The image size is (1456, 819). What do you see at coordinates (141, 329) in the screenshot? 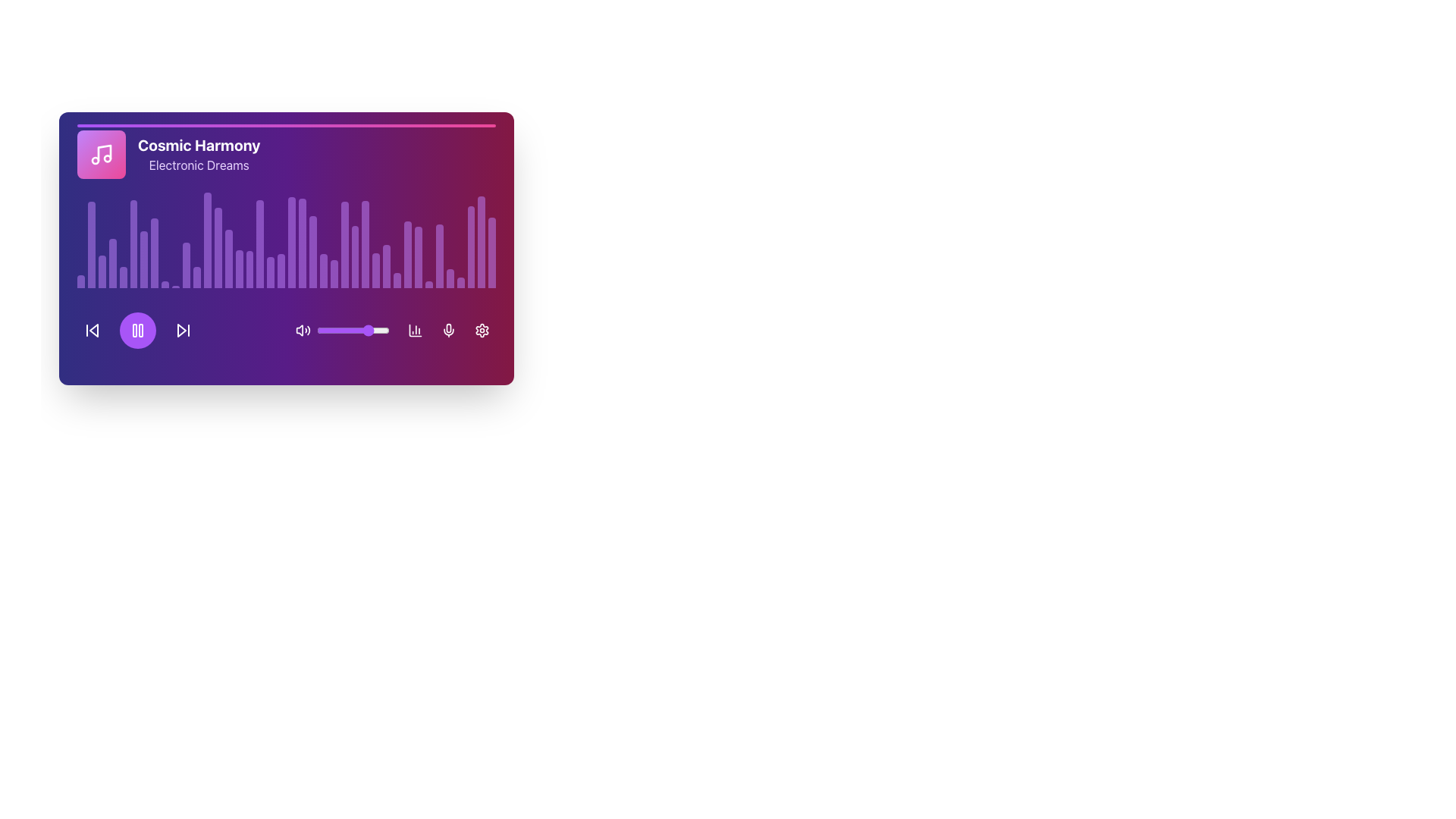
I see `the second vertical bar of the pause icon, which is characterized by a purple outline and is located within a circular button at the bottom-left corner of the interface` at bounding box center [141, 329].